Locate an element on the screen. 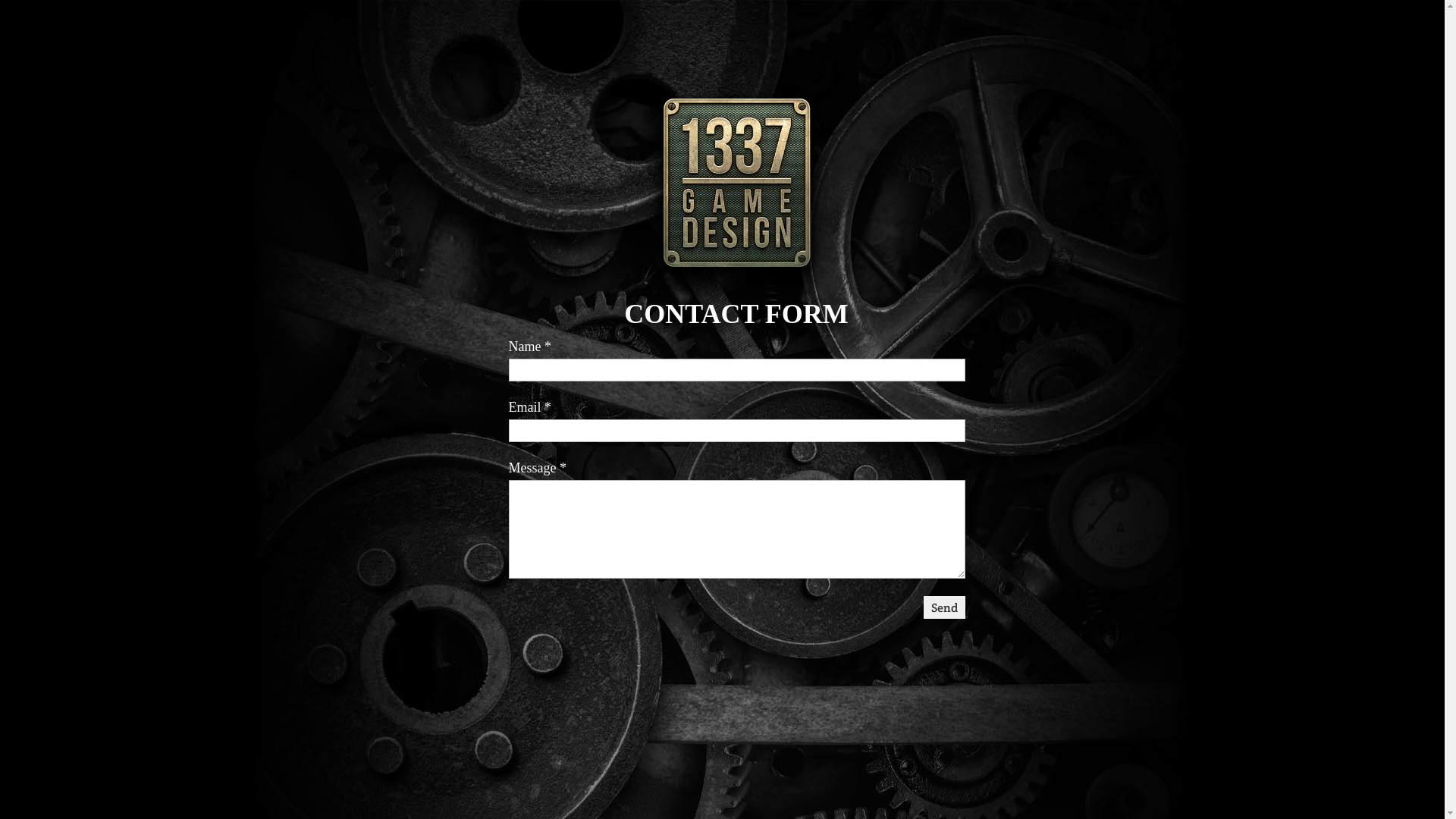 The width and height of the screenshot is (1456, 819). 'Send' is located at coordinates (923, 607).